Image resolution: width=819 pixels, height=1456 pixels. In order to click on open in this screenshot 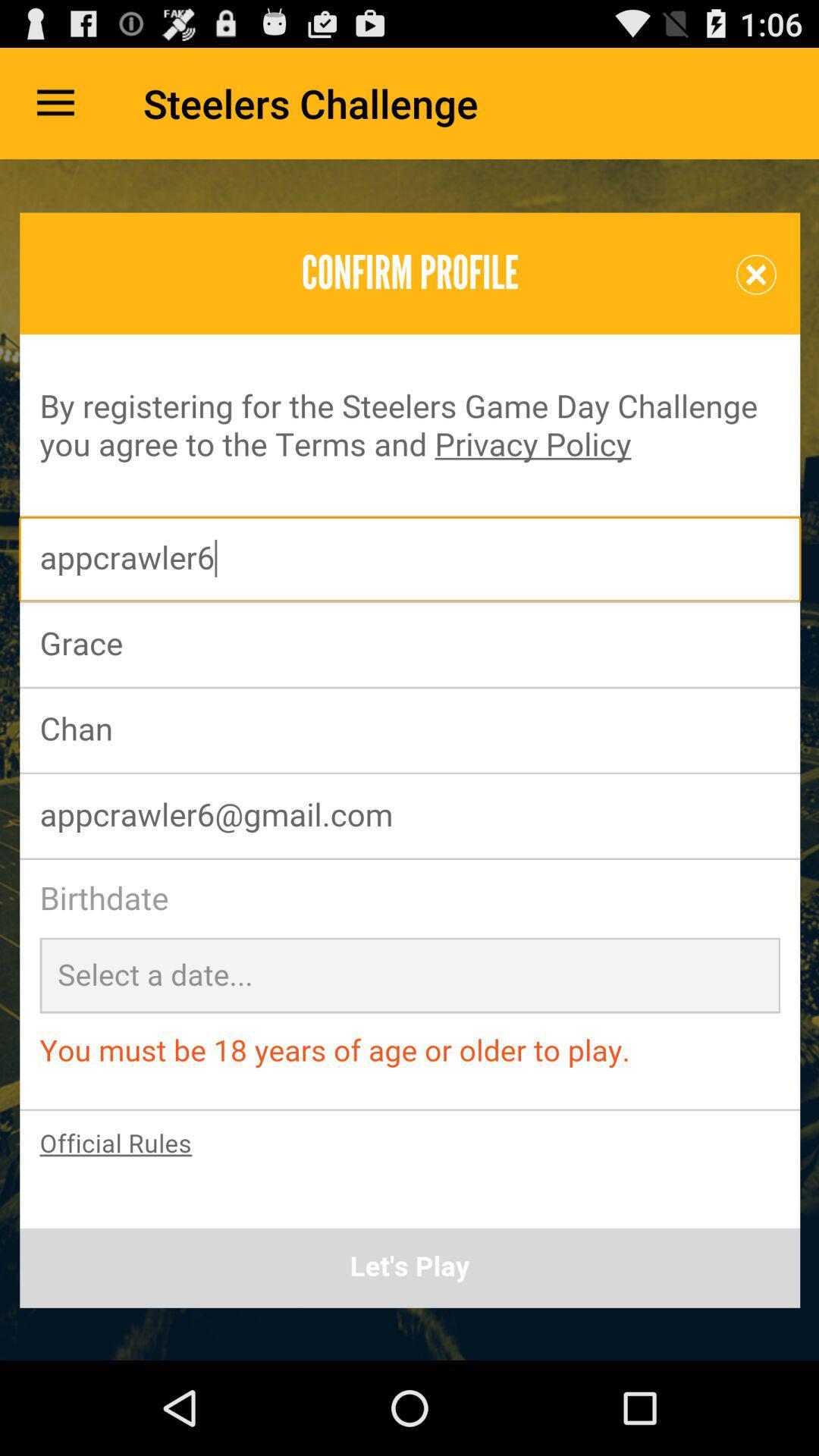, I will do `click(409, 760)`.